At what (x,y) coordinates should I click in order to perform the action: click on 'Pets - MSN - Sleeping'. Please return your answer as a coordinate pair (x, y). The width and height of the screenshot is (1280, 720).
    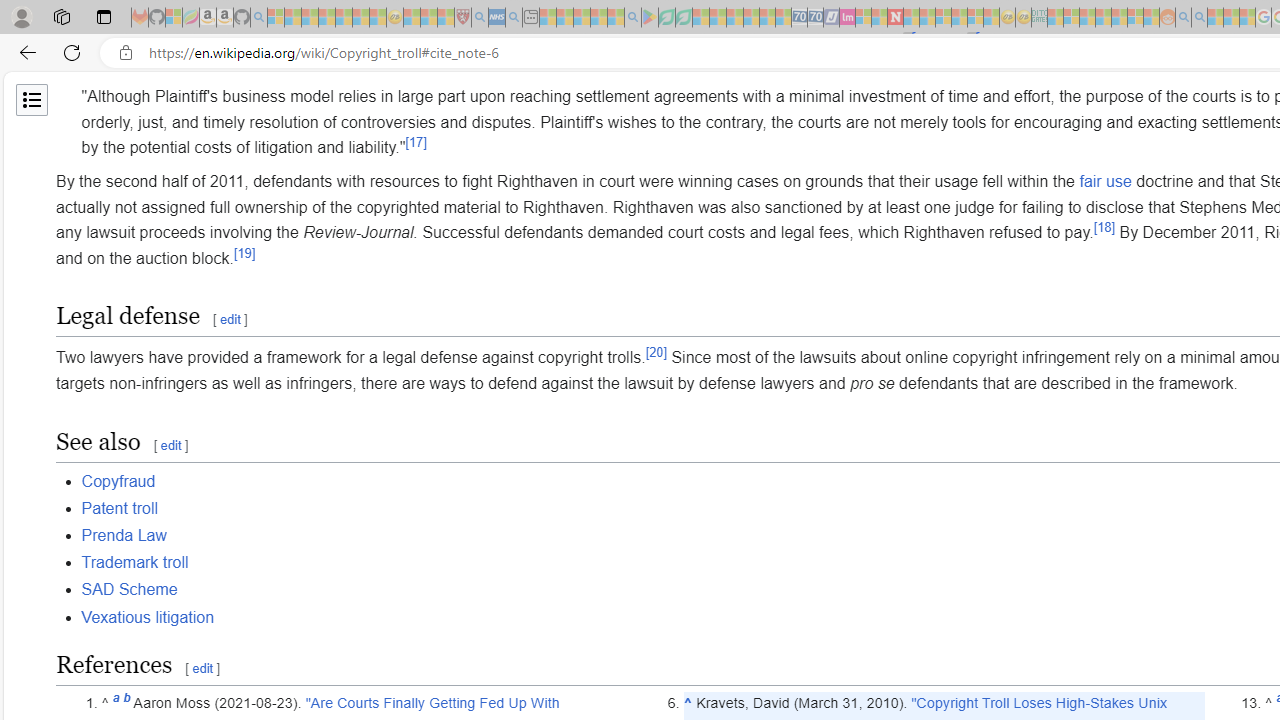
    Looking at the image, I should click on (598, 17).